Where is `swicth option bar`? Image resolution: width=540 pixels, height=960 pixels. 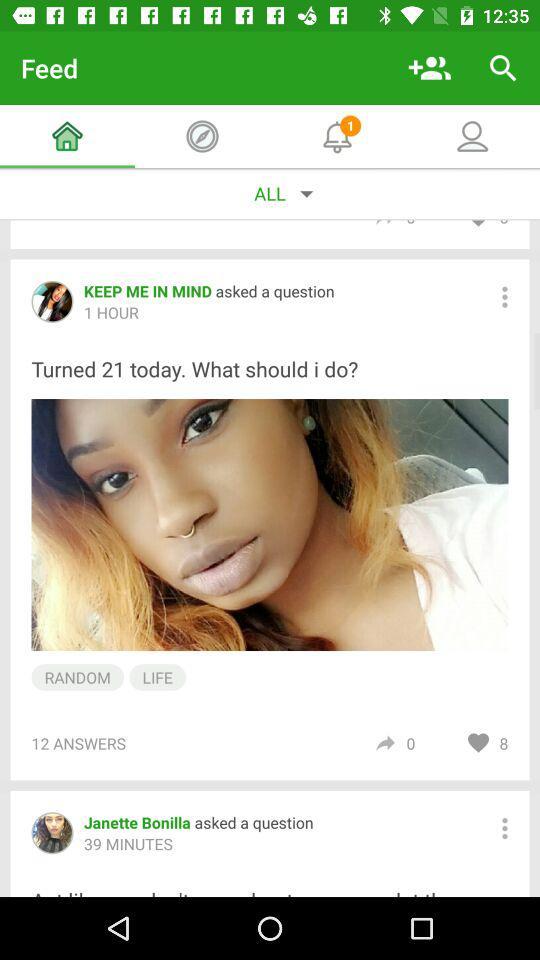 swicth option bar is located at coordinates (503, 296).